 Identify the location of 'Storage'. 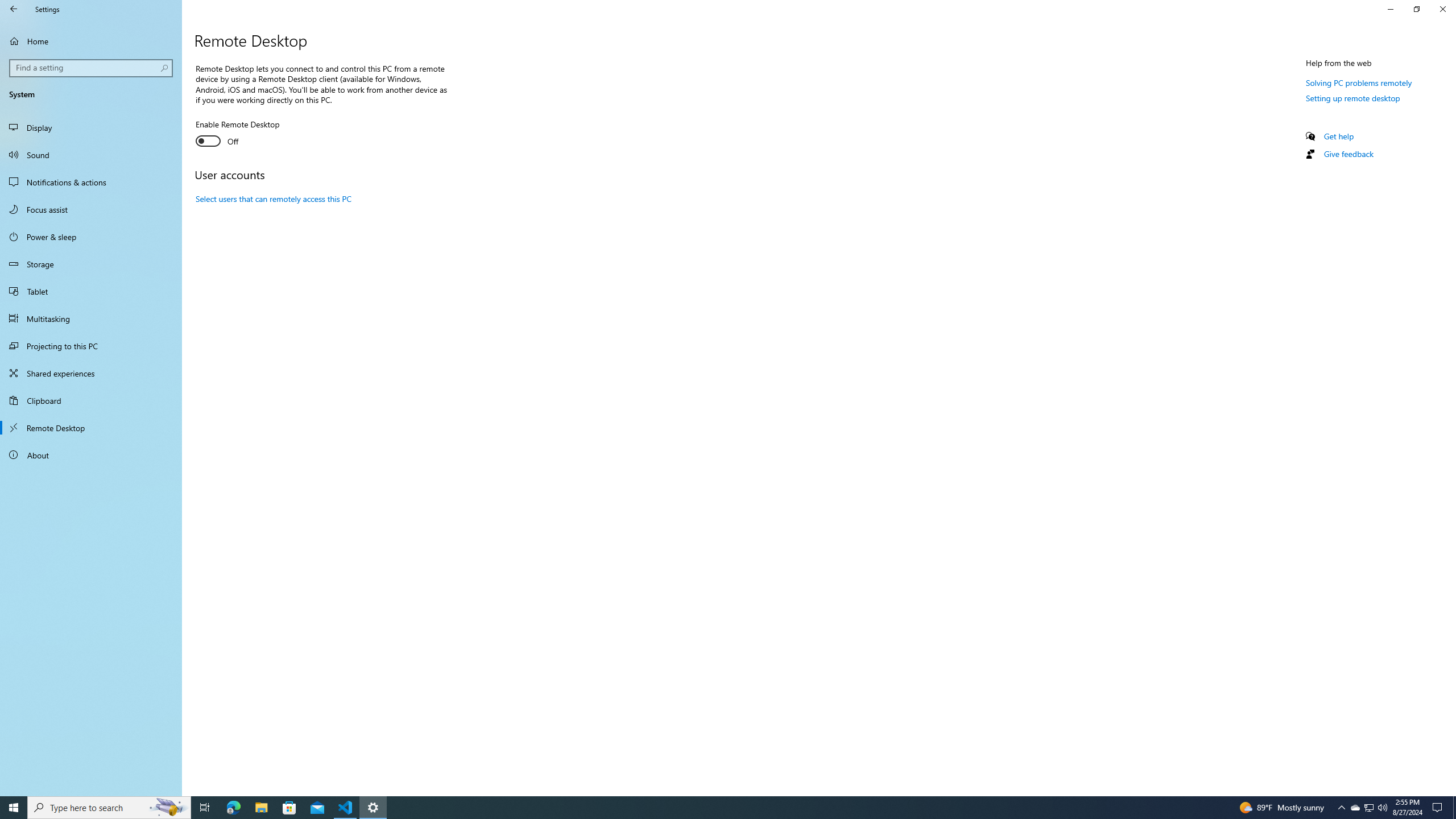
(90, 263).